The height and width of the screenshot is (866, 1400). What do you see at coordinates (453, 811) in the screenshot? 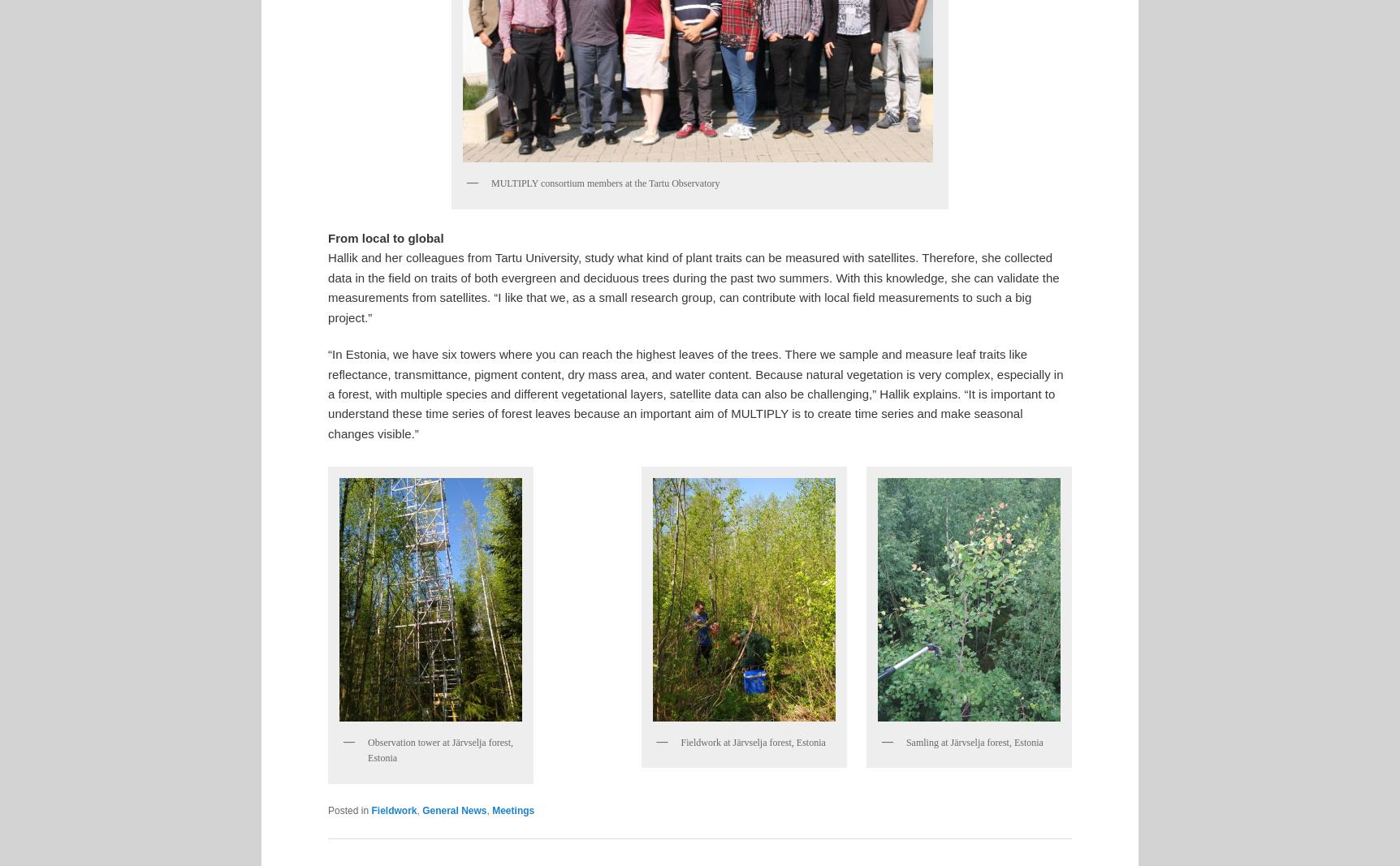
I see `'General News'` at bounding box center [453, 811].